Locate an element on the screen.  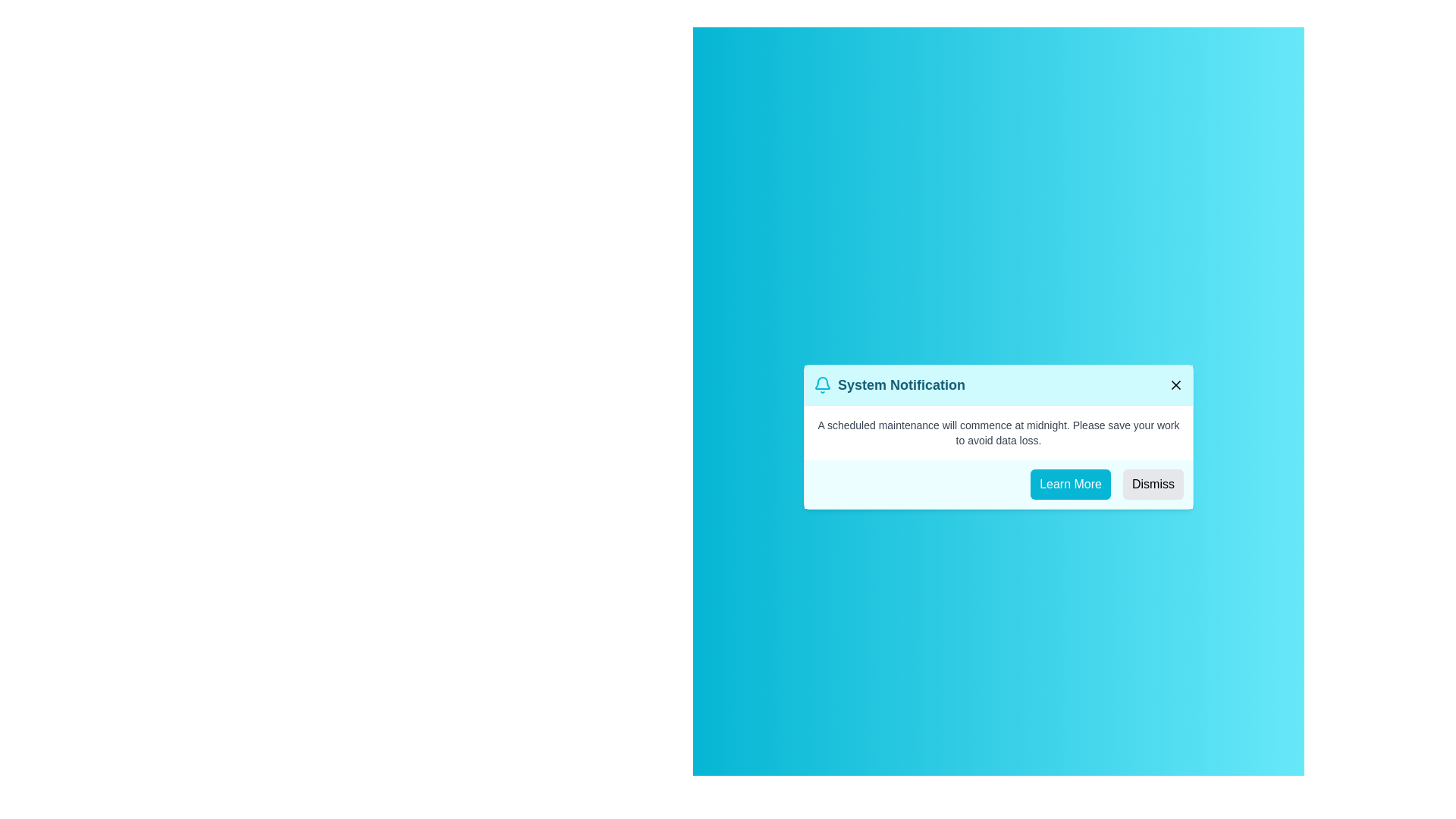
the 'Dismiss' button with a light gray background located in the bottom-right corner of the notification modal to observe the hover effect is located at coordinates (1153, 484).